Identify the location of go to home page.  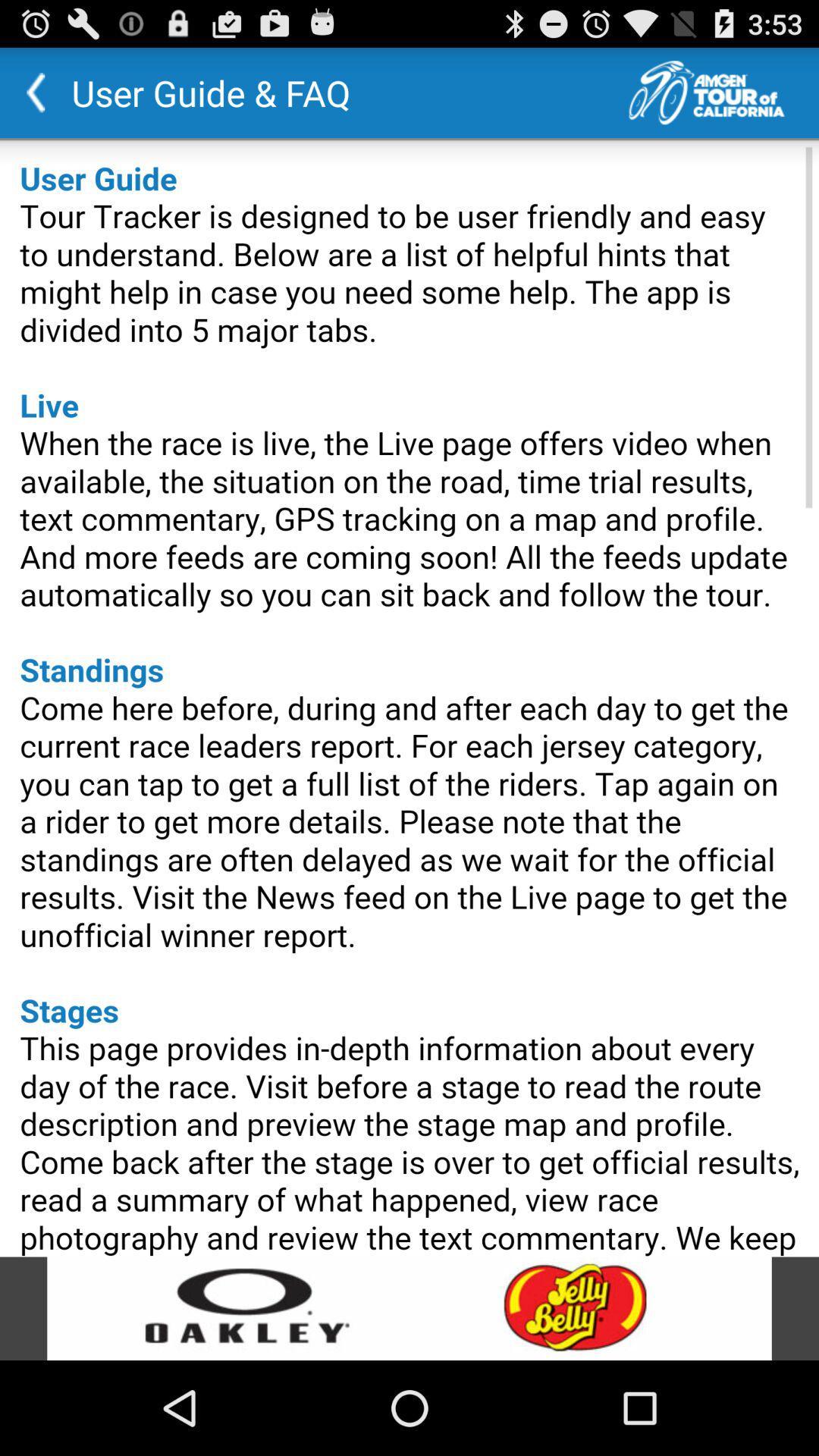
(723, 92).